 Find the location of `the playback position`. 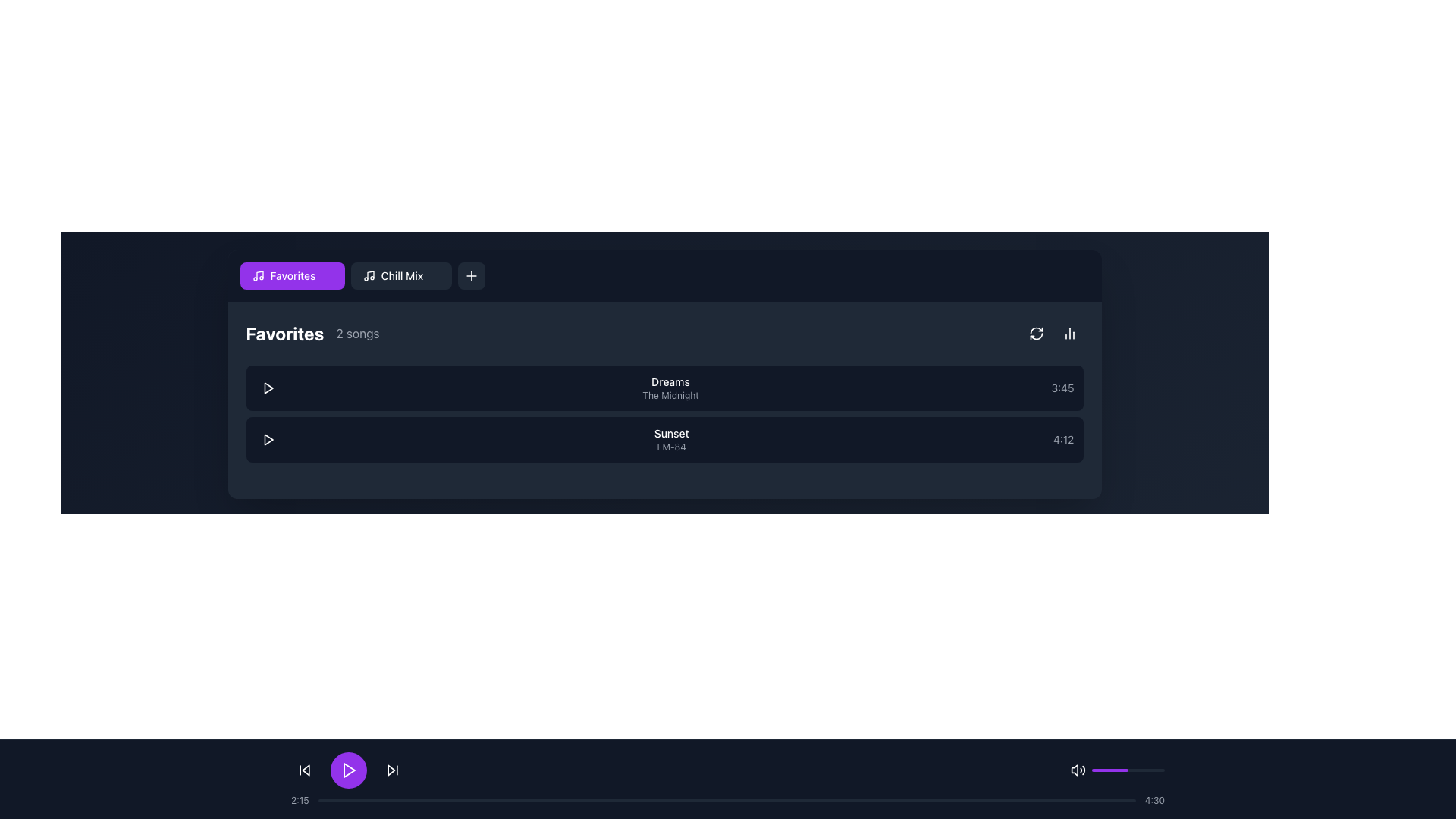

the playback position is located at coordinates (978, 800).